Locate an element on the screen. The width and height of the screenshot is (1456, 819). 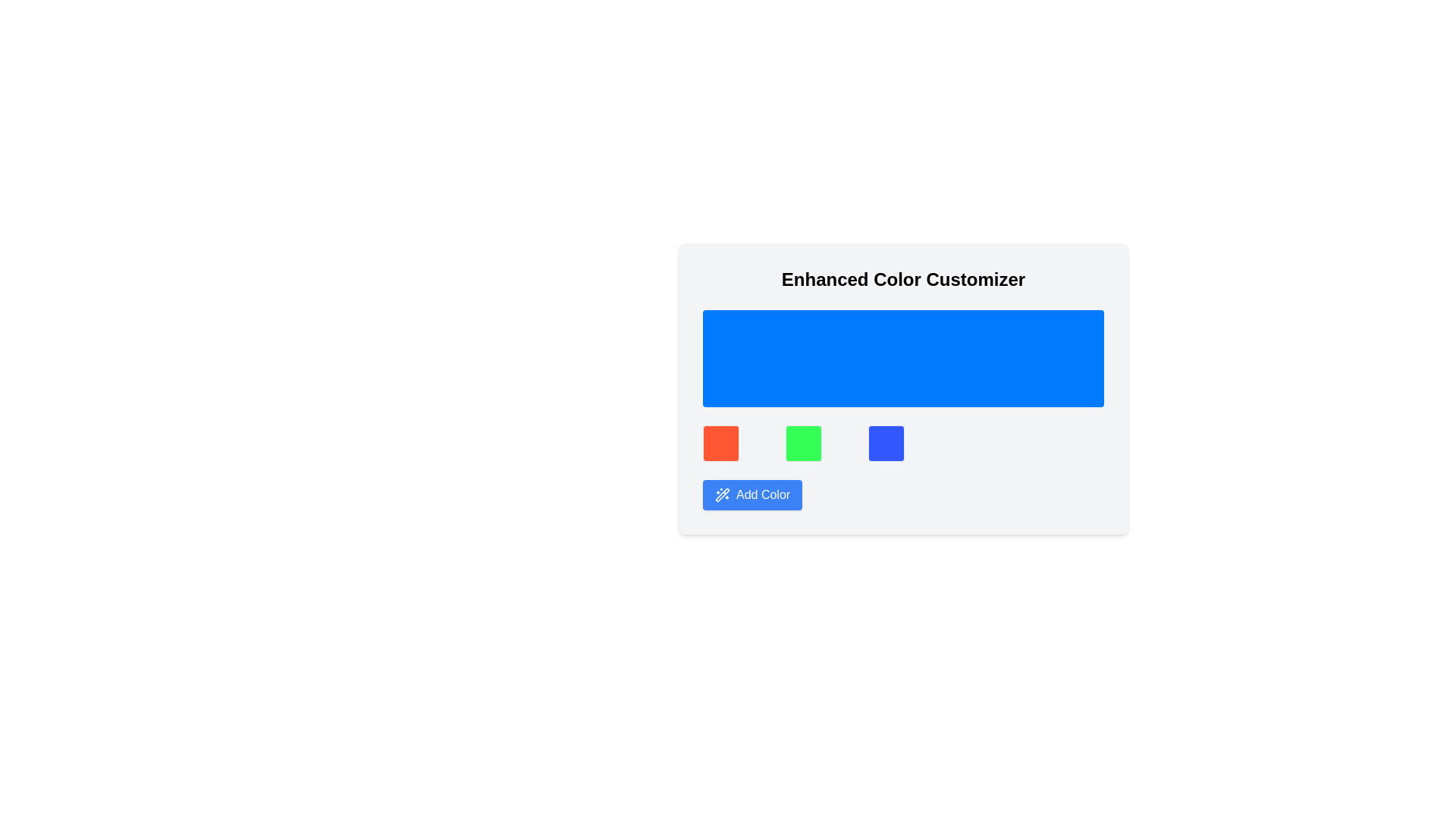
the color selection box representing the color red, which is the first item in a row of three colored boxes located near the bottom of the panel is located at coordinates (720, 444).